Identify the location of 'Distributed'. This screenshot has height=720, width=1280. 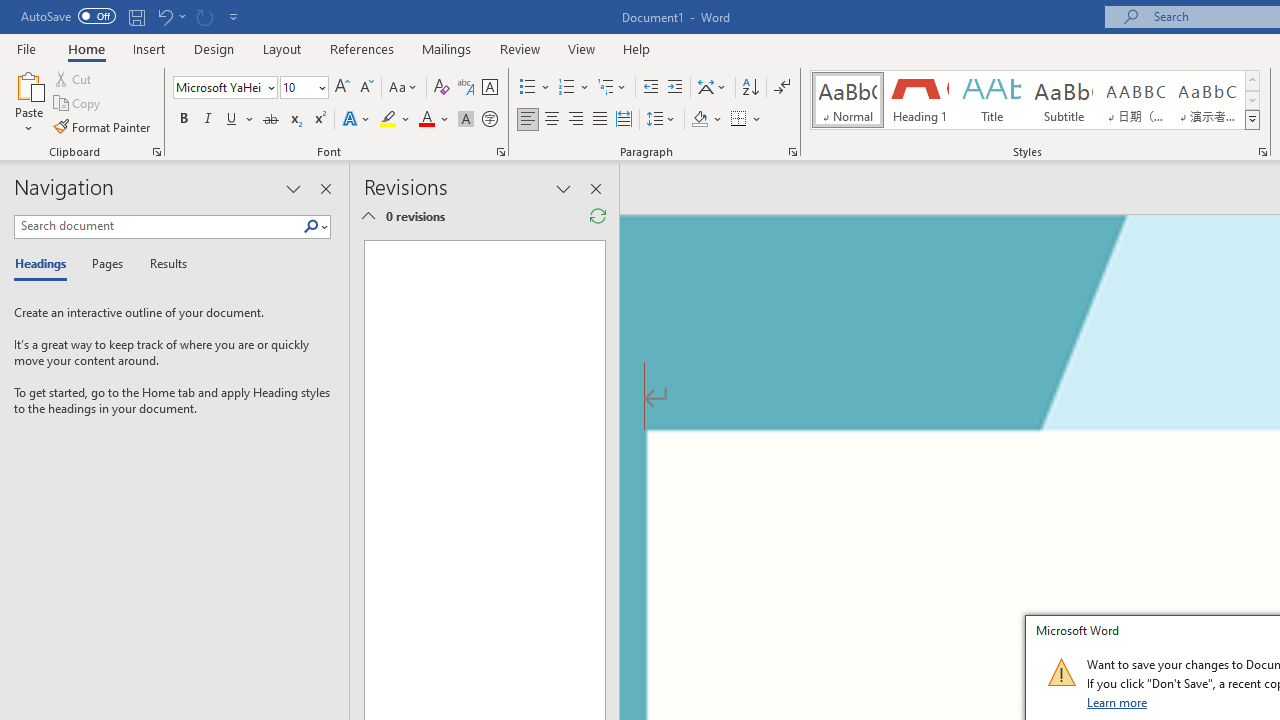
(623, 119).